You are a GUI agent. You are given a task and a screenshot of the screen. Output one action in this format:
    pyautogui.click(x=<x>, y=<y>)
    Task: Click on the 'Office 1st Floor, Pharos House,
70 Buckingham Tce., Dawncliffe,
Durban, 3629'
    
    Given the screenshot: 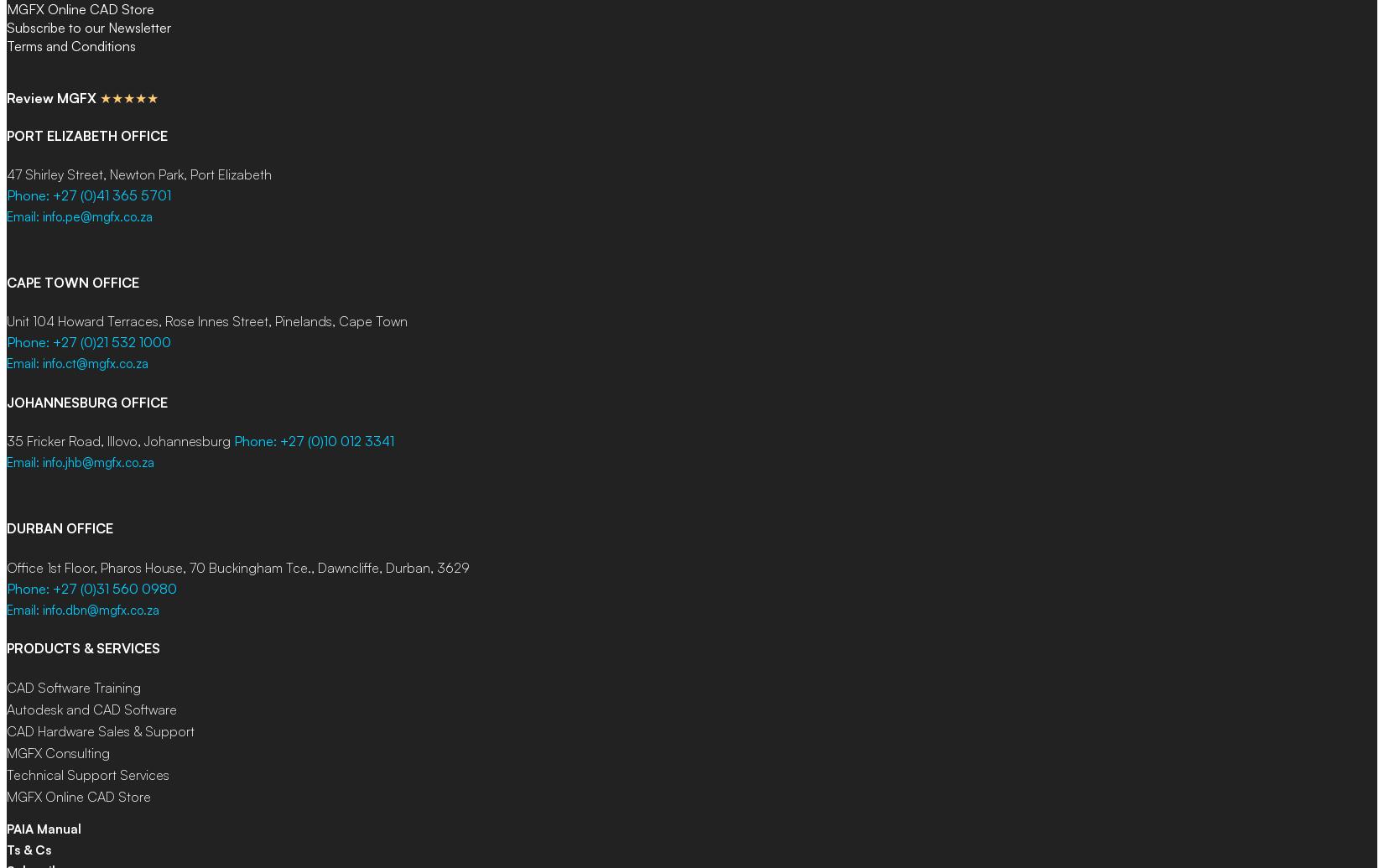 What is the action you would take?
    pyautogui.click(x=237, y=565)
    